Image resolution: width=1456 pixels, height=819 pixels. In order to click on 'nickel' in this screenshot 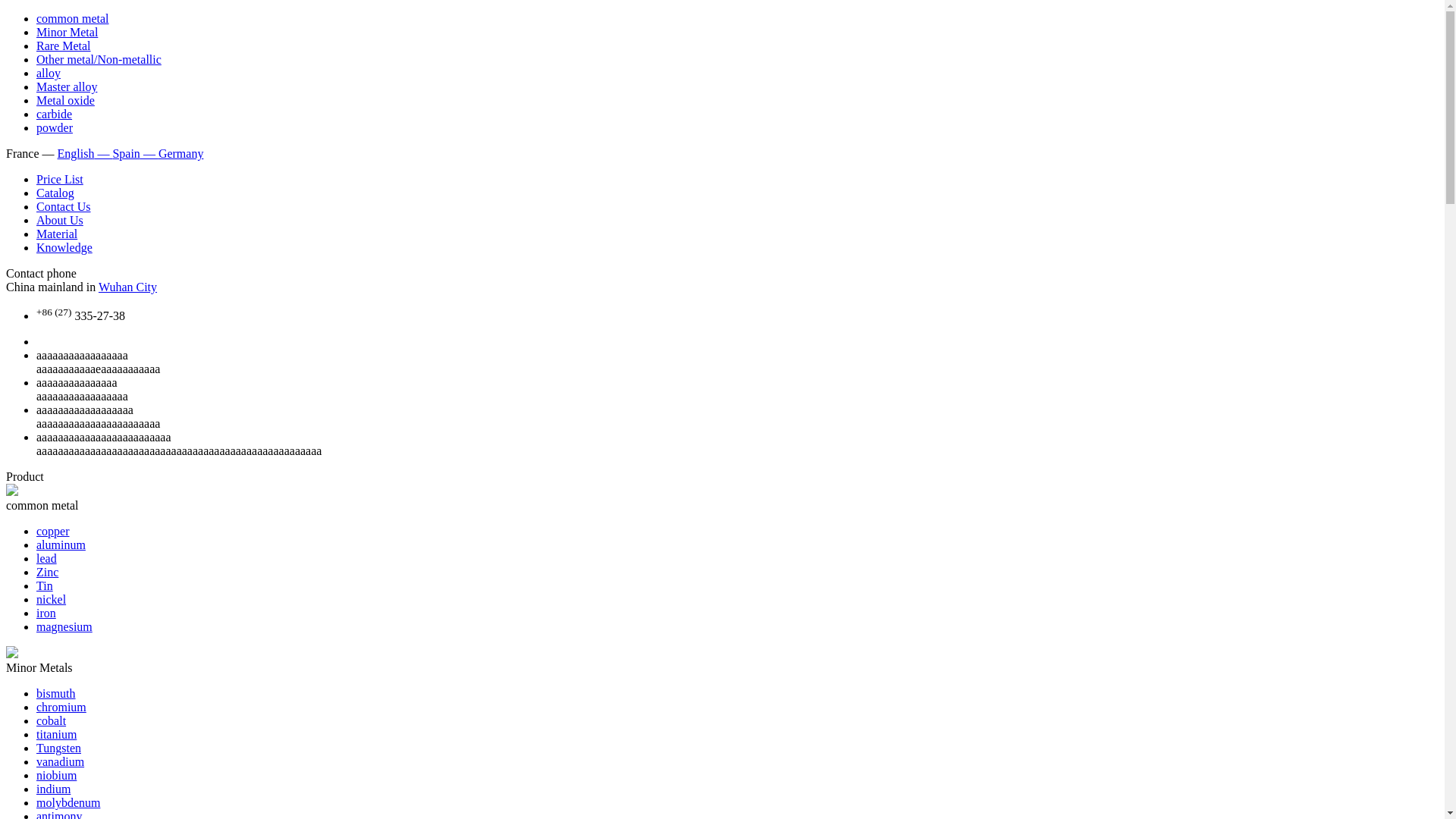, I will do `click(51, 598)`.